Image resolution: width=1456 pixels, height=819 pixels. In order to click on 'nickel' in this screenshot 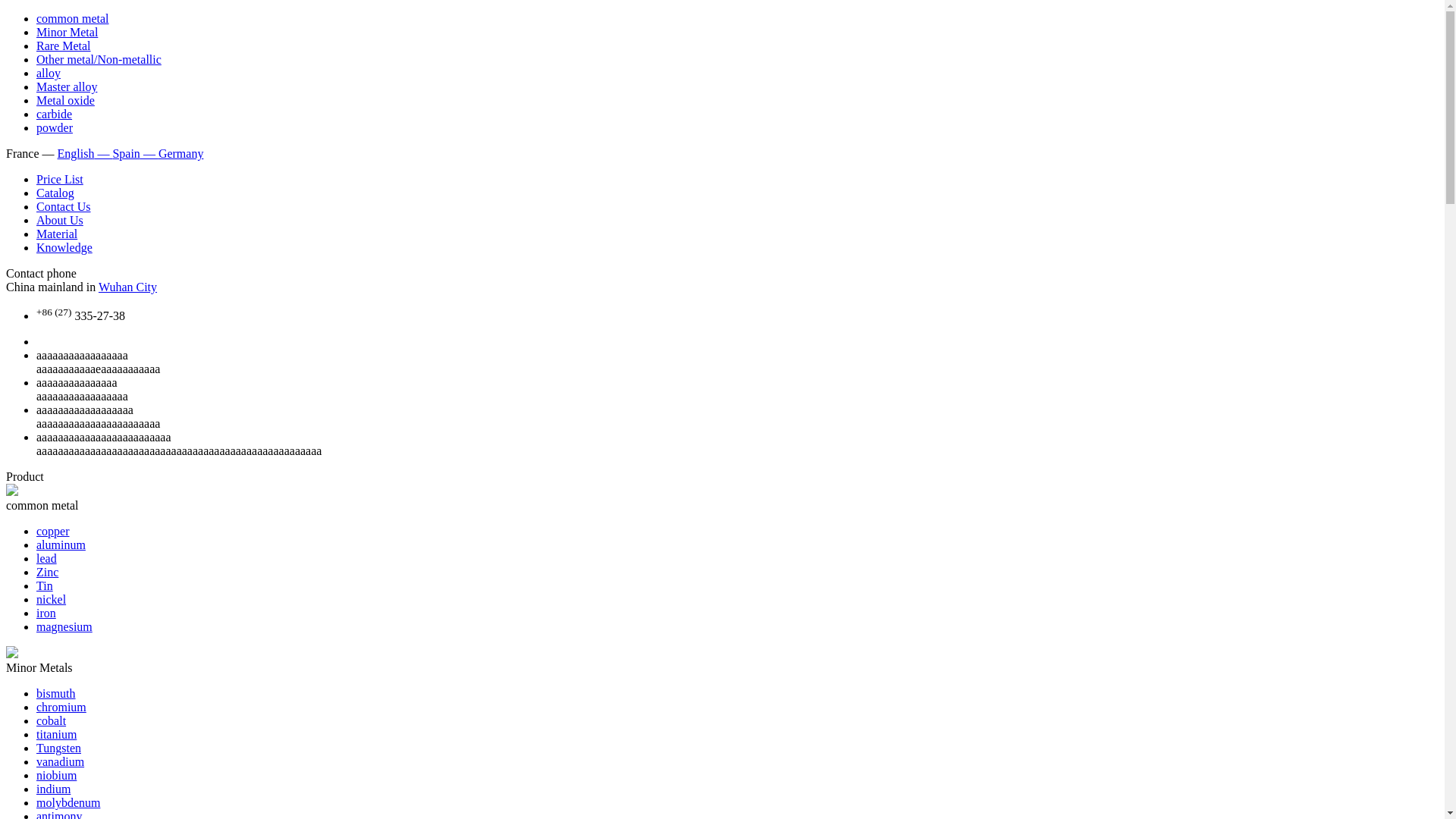, I will do `click(51, 598)`.